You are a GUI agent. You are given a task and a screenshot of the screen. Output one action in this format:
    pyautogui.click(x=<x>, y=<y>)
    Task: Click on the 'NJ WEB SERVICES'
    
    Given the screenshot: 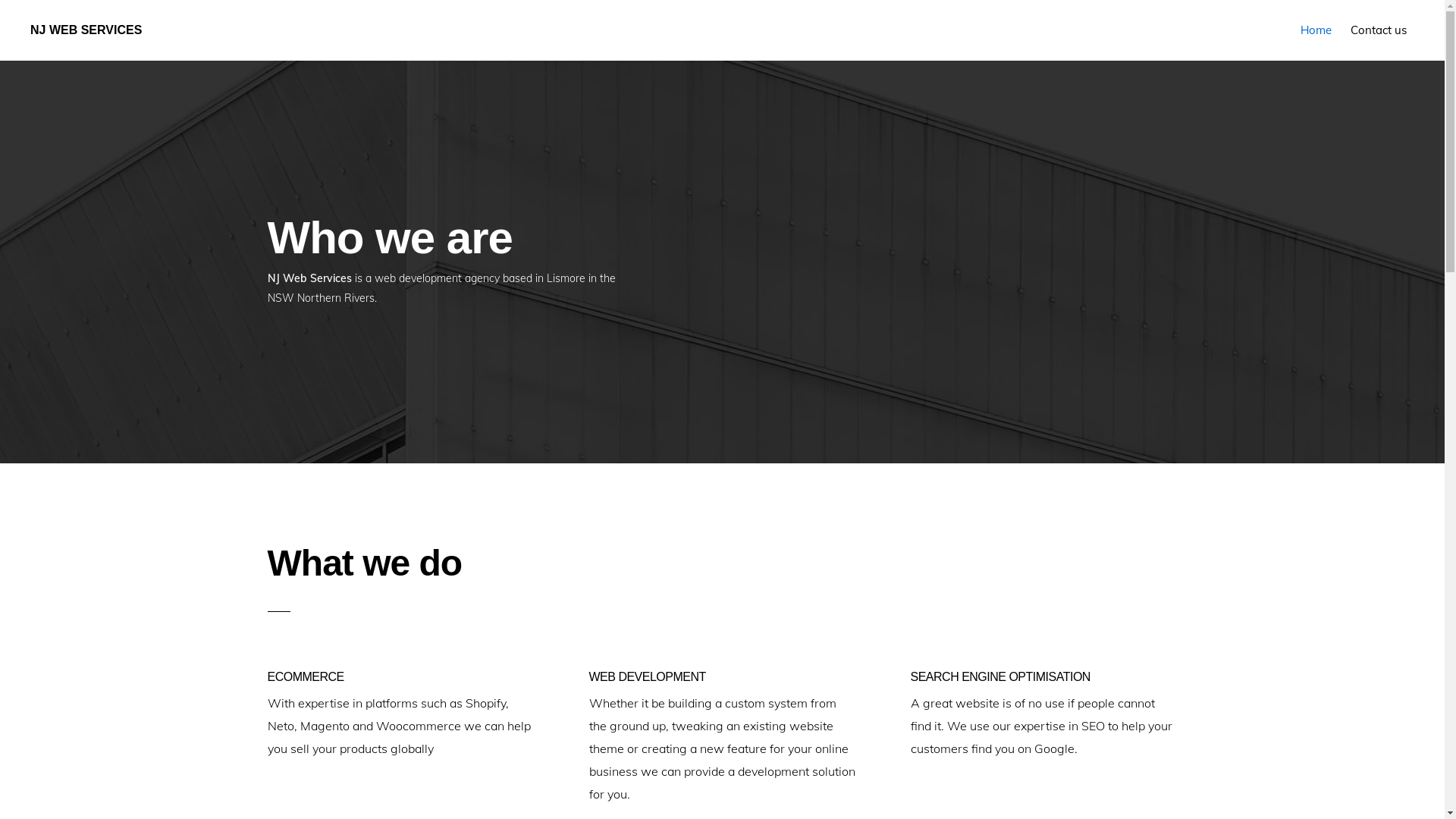 What is the action you would take?
    pyautogui.click(x=30, y=30)
    